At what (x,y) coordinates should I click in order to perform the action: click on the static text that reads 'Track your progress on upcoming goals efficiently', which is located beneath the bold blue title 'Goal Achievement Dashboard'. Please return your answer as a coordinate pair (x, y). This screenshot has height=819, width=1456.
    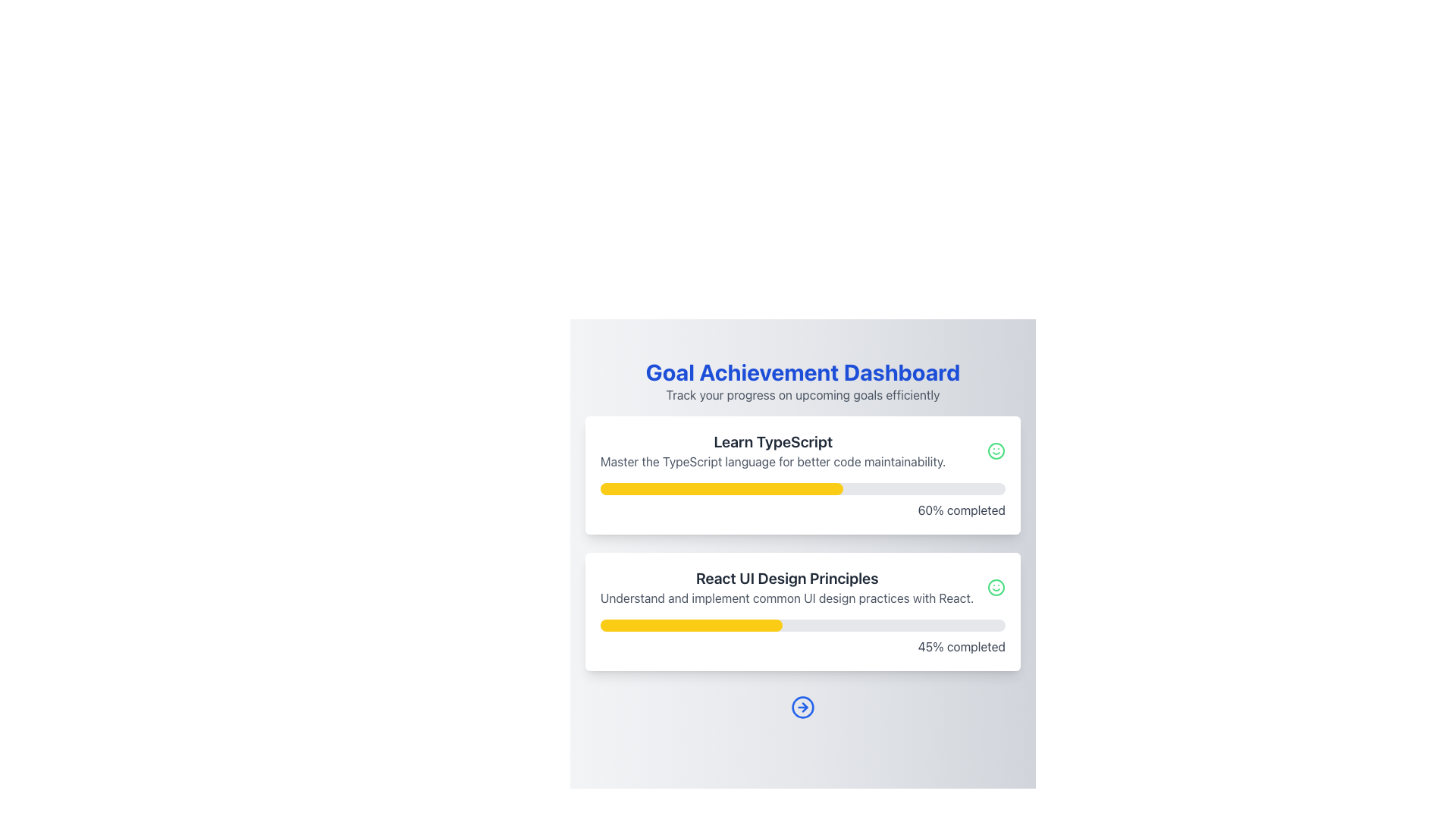
    Looking at the image, I should click on (802, 394).